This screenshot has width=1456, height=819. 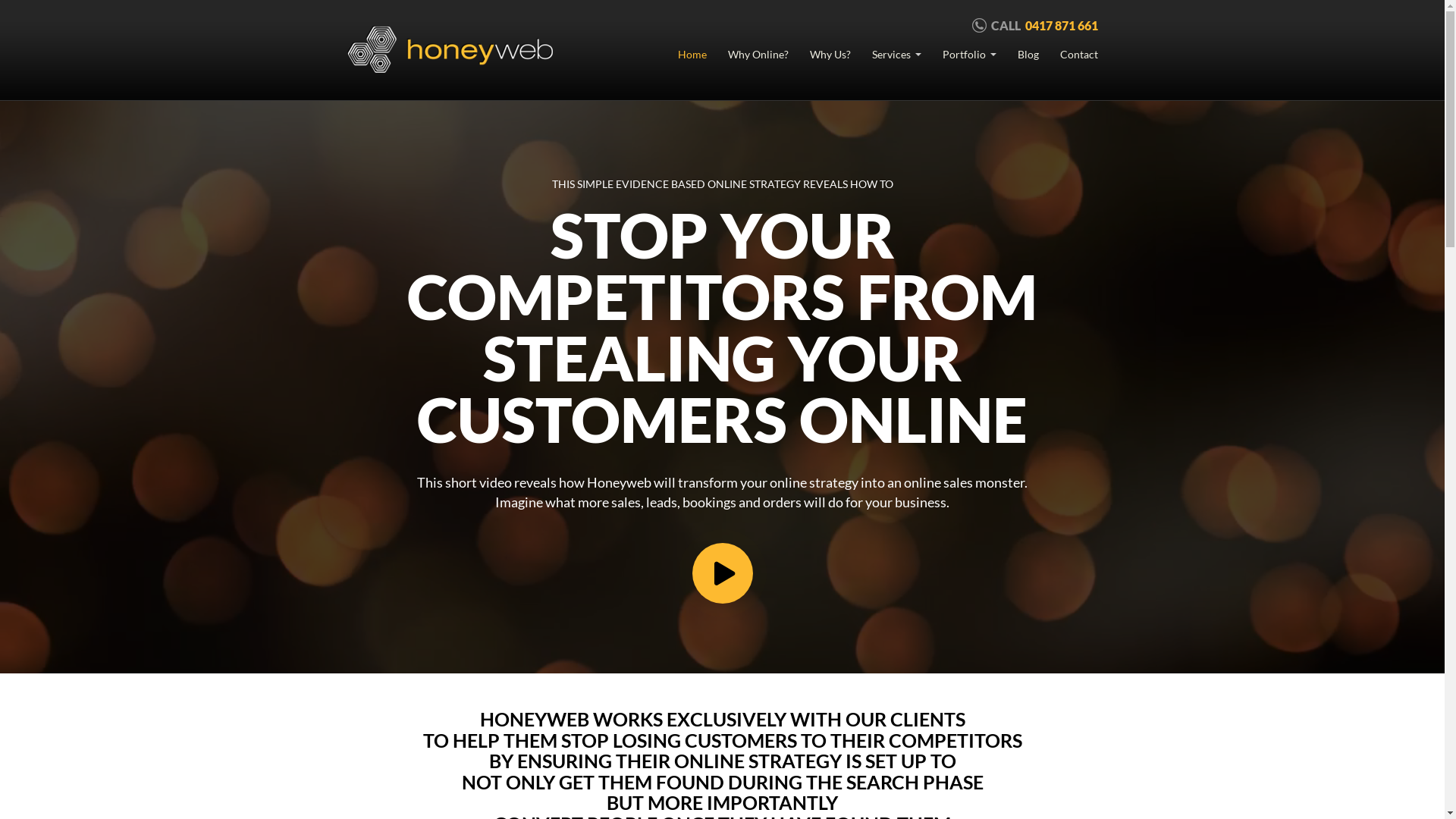 What do you see at coordinates (1034, 25) in the screenshot?
I see `'CALL  0417 871 661'` at bounding box center [1034, 25].